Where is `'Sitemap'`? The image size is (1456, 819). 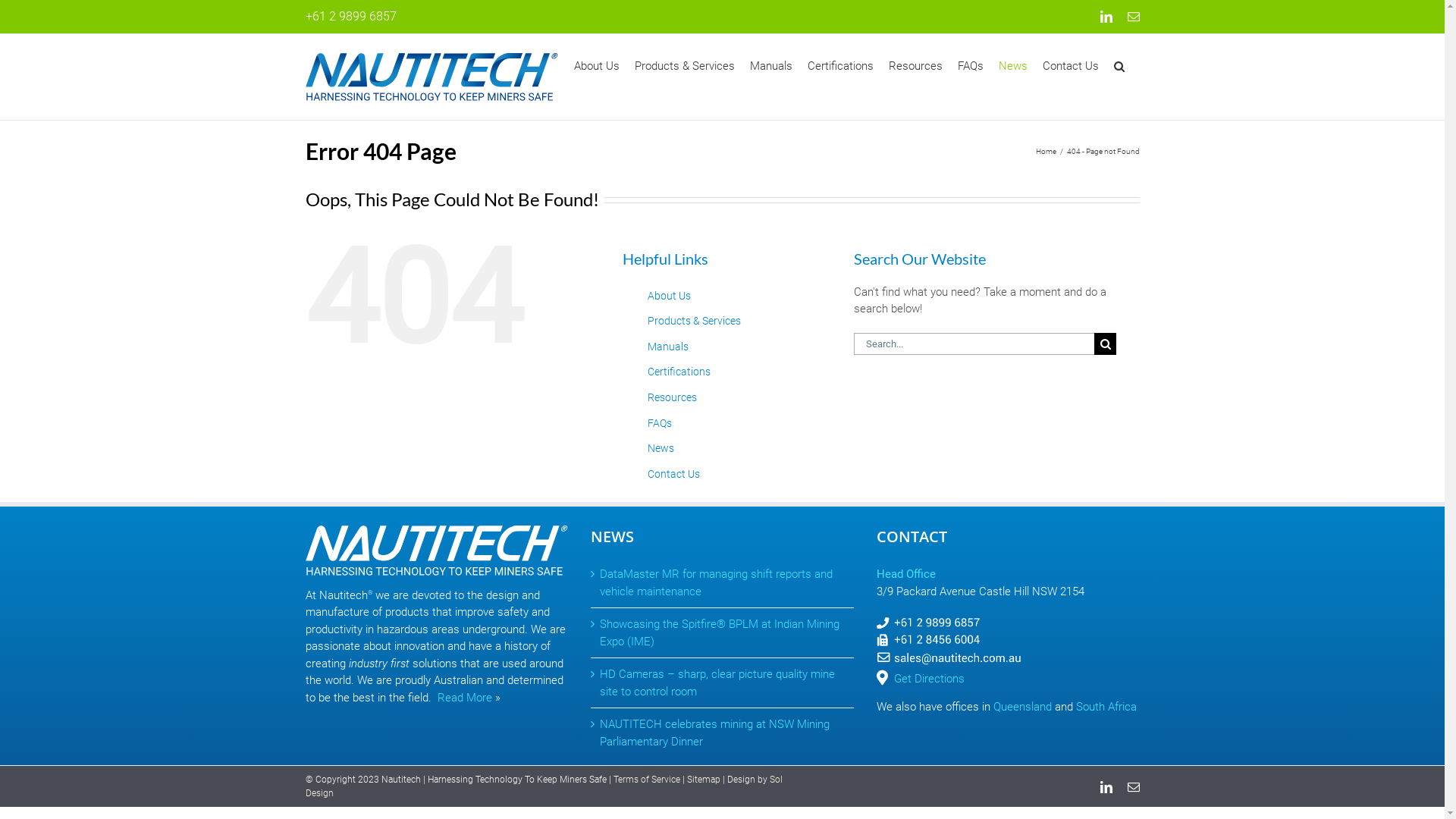 'Sitemap' is located at coordinates (702, 780).